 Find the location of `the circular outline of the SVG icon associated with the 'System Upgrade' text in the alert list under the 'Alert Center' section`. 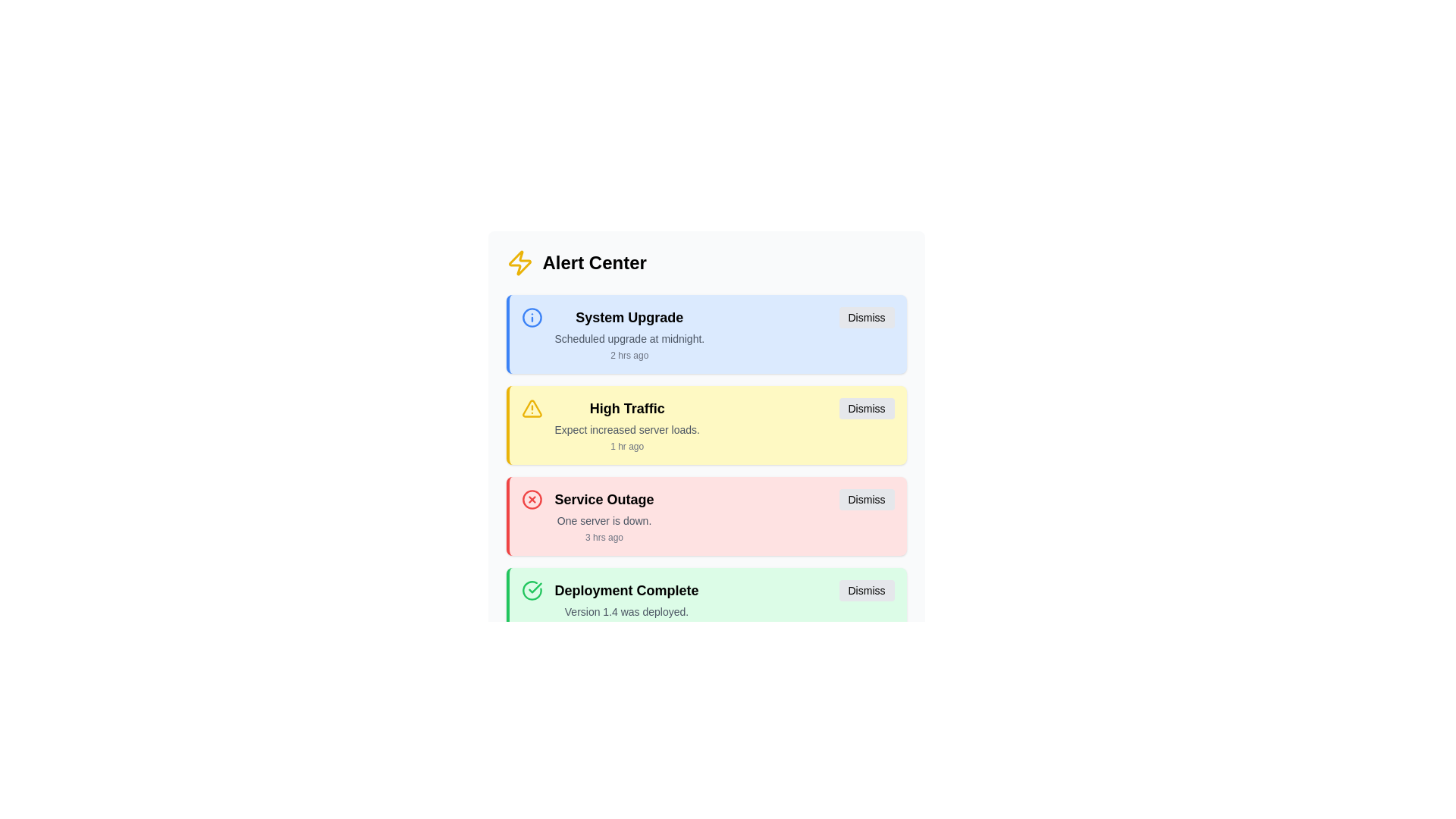

the circular outline of the SVG icon associated with the 'System Upgrade' text in the alert list under the 'Alert Center' section is located at coordinates (532, 317).